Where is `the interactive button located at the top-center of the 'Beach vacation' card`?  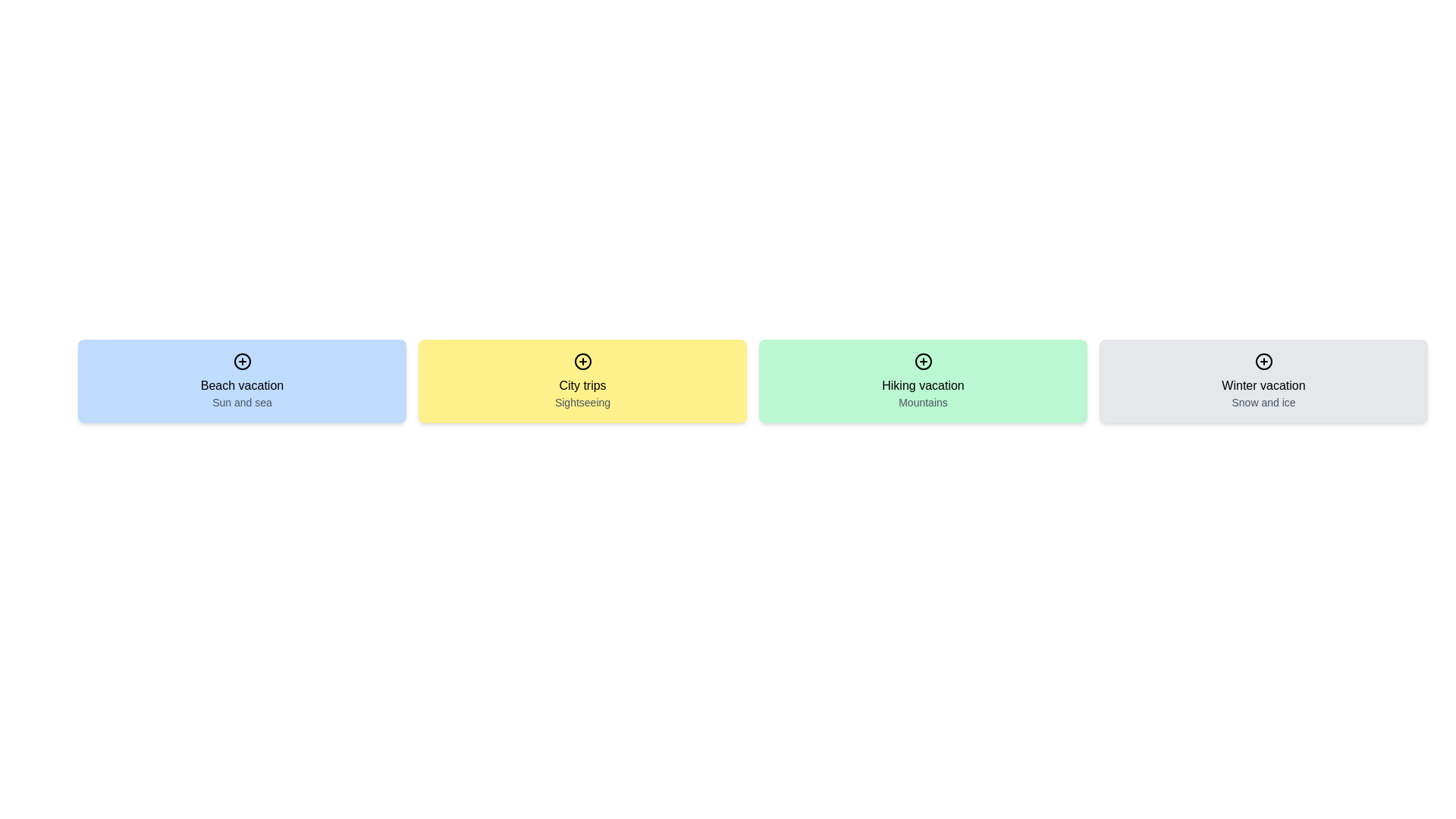
the interactive button located at the top-center of the 'Beach vacation' card is located at coordinates (241, 362).